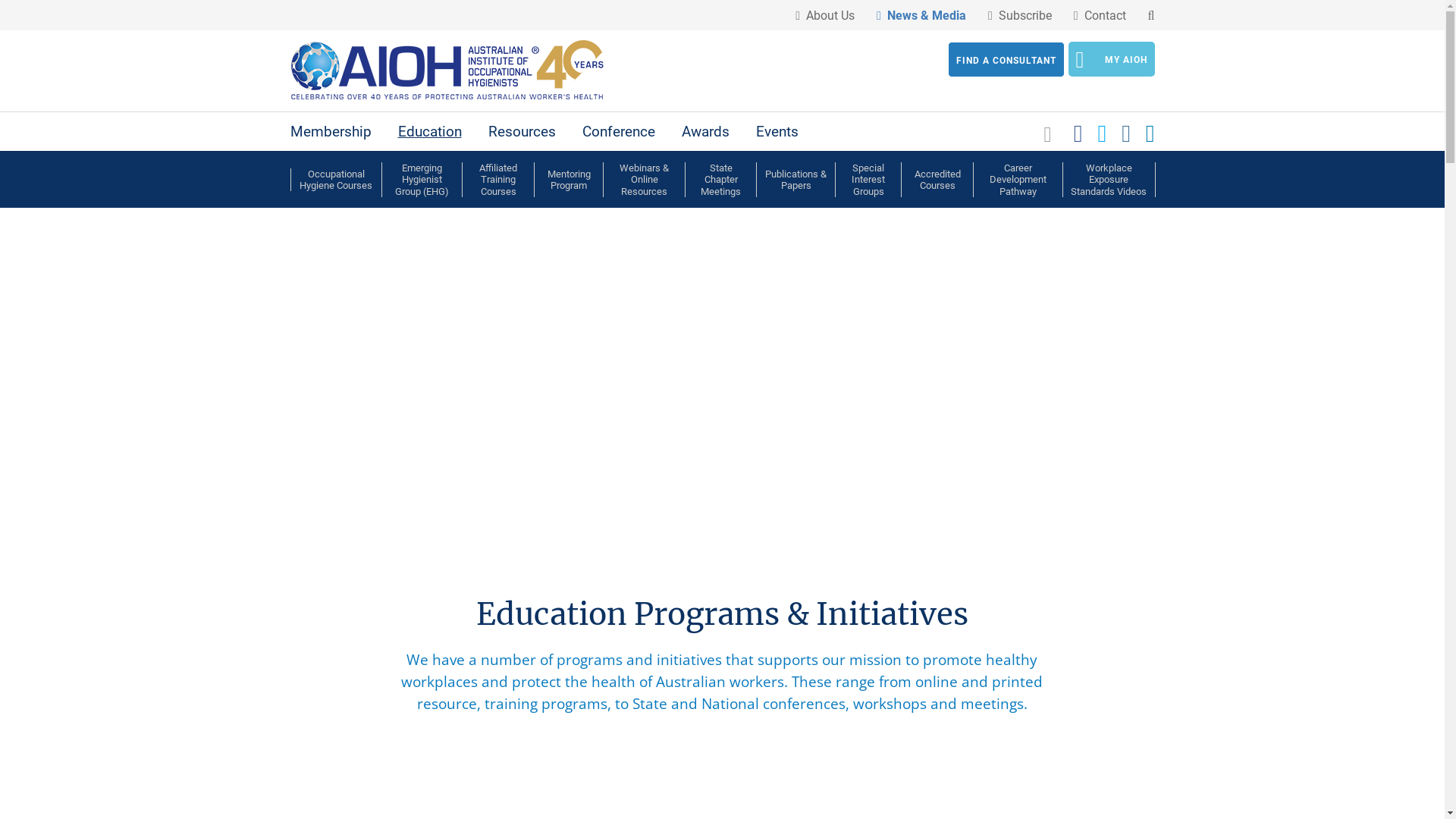 This screenshot has width=1456, height=819. Describe the element at coordinates (1006, 58) in the screenshot. I see `'FIND A CONSULTANT'` at that location.